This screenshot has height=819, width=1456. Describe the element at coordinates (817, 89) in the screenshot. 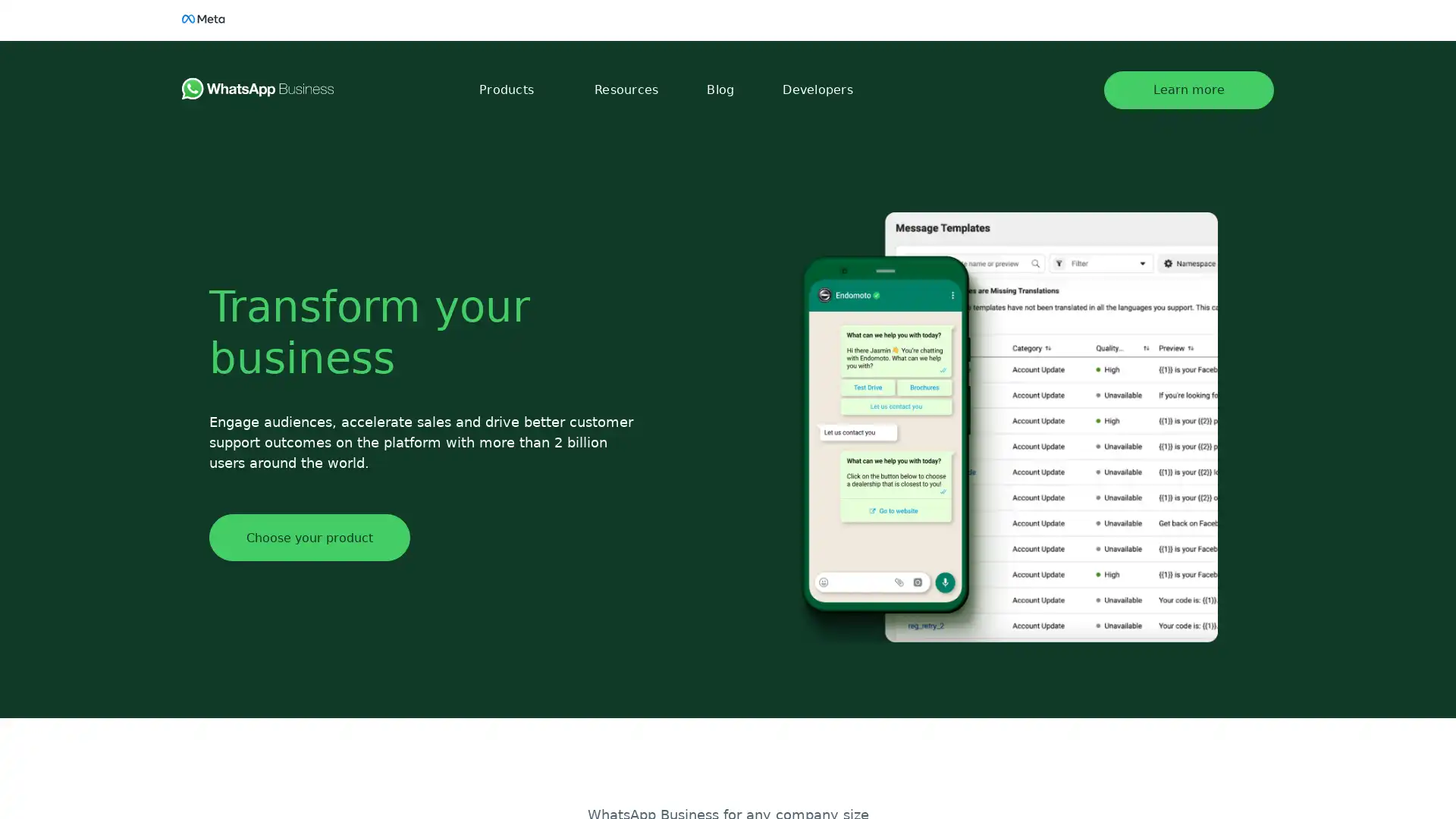

I see `Developers` at that location.